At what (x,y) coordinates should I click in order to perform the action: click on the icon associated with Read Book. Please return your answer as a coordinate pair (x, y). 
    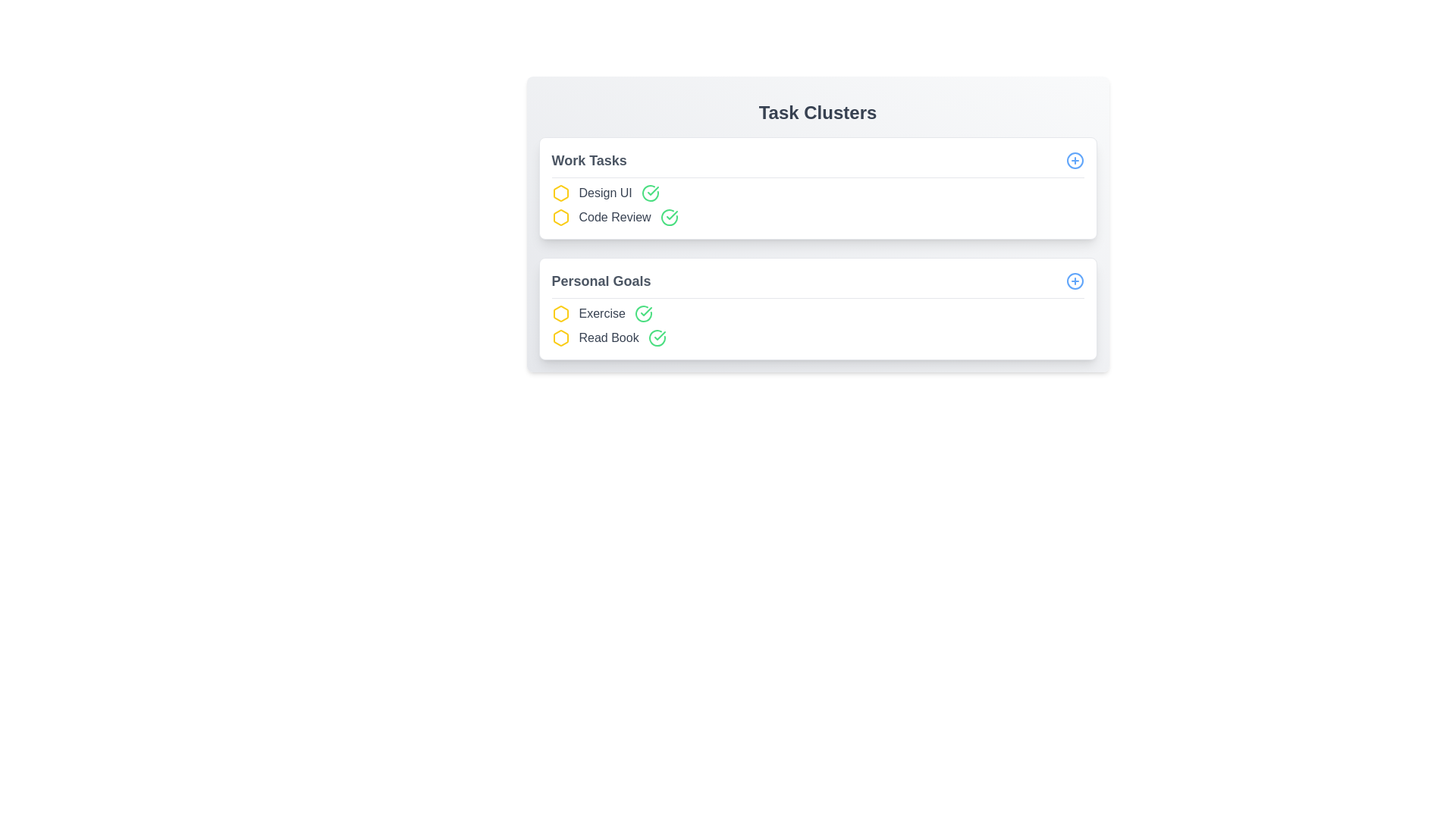
    Looking at the image, I should click on (560, 337).